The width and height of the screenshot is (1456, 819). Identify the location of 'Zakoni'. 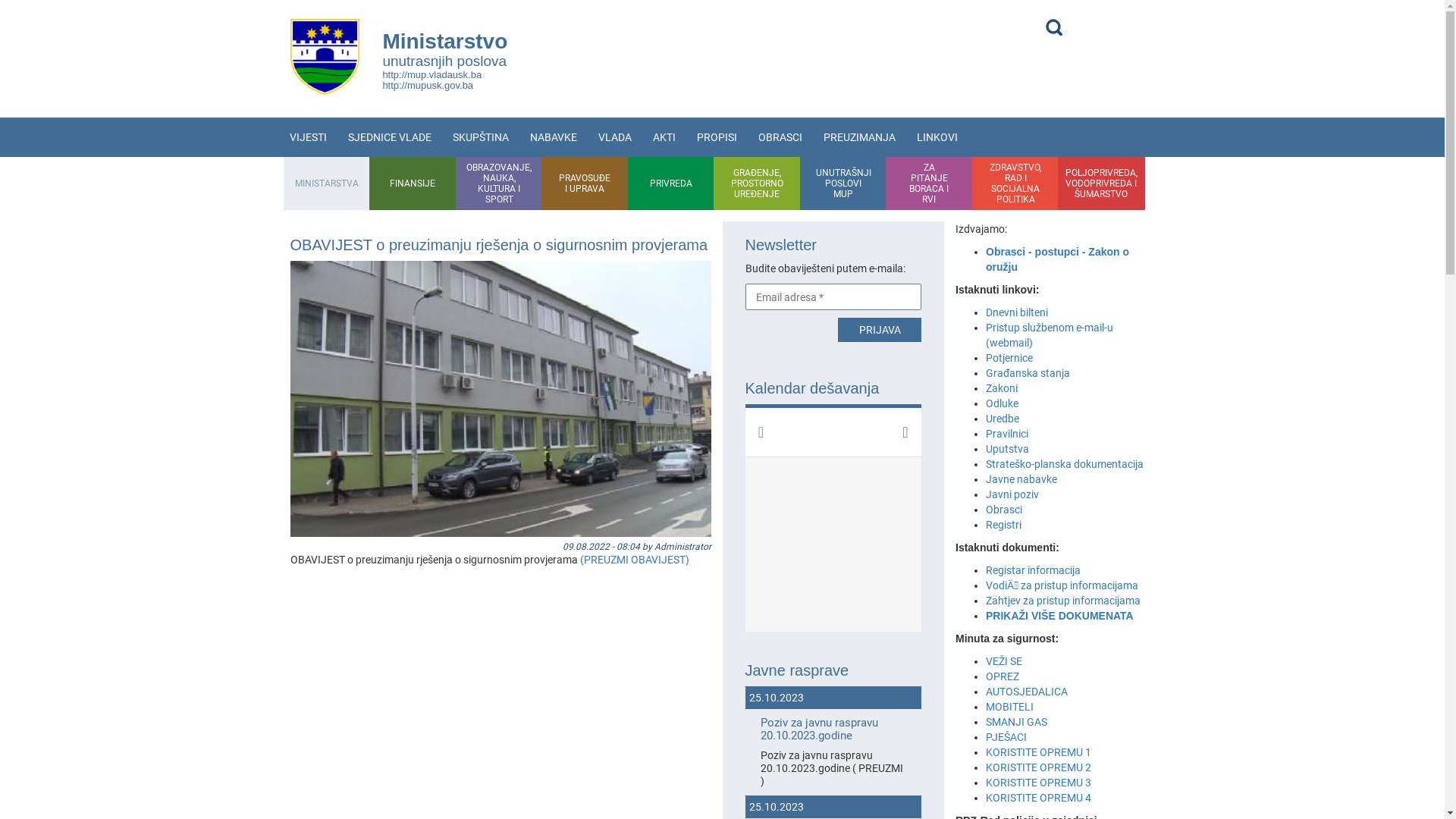
(1001, 388).